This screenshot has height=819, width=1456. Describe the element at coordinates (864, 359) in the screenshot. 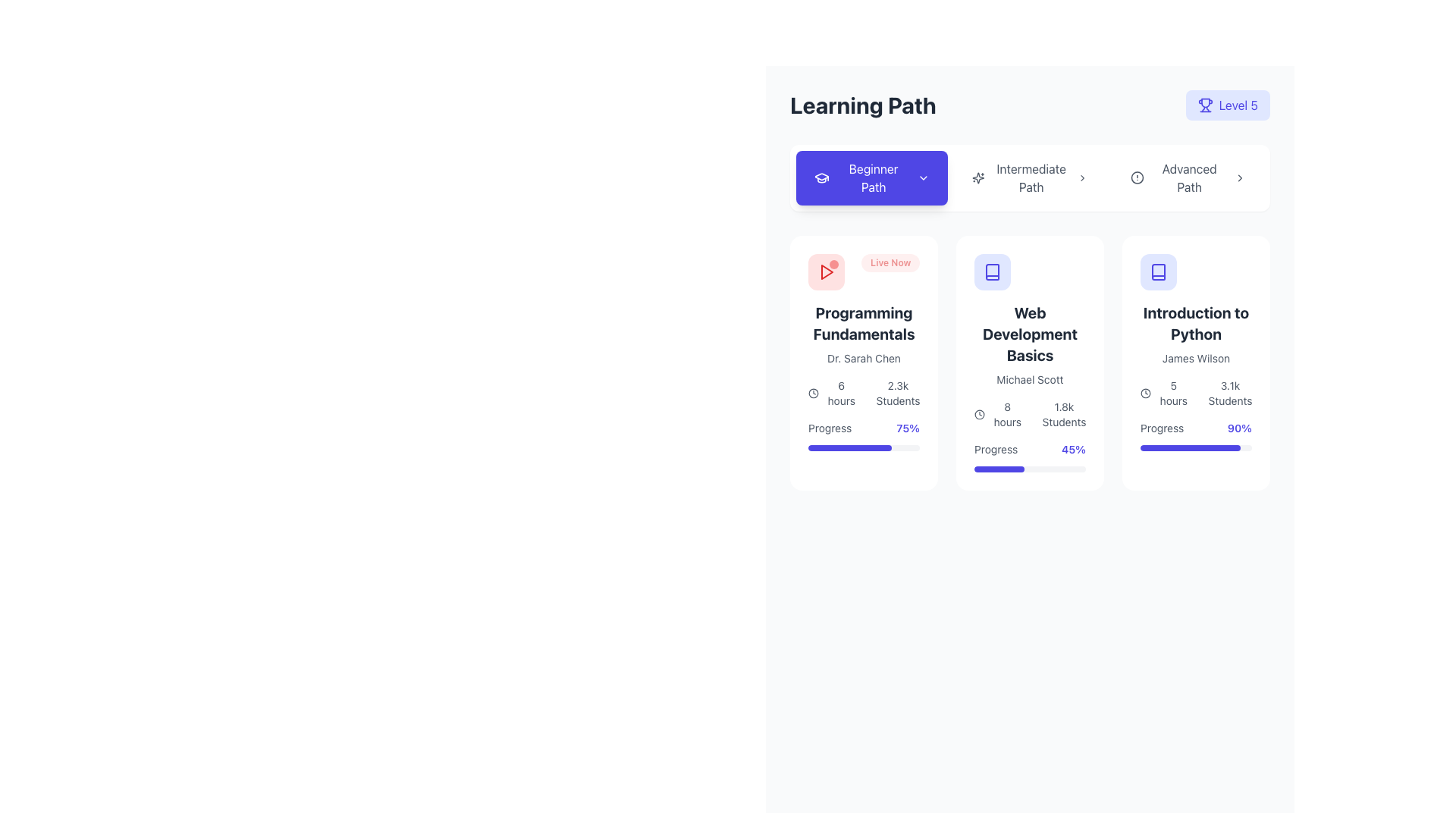

I see `the static text label that identifies the instructor of the course 'Programming Fundamentals', located beneath the course title in the first card of a three-card layout` at that location.